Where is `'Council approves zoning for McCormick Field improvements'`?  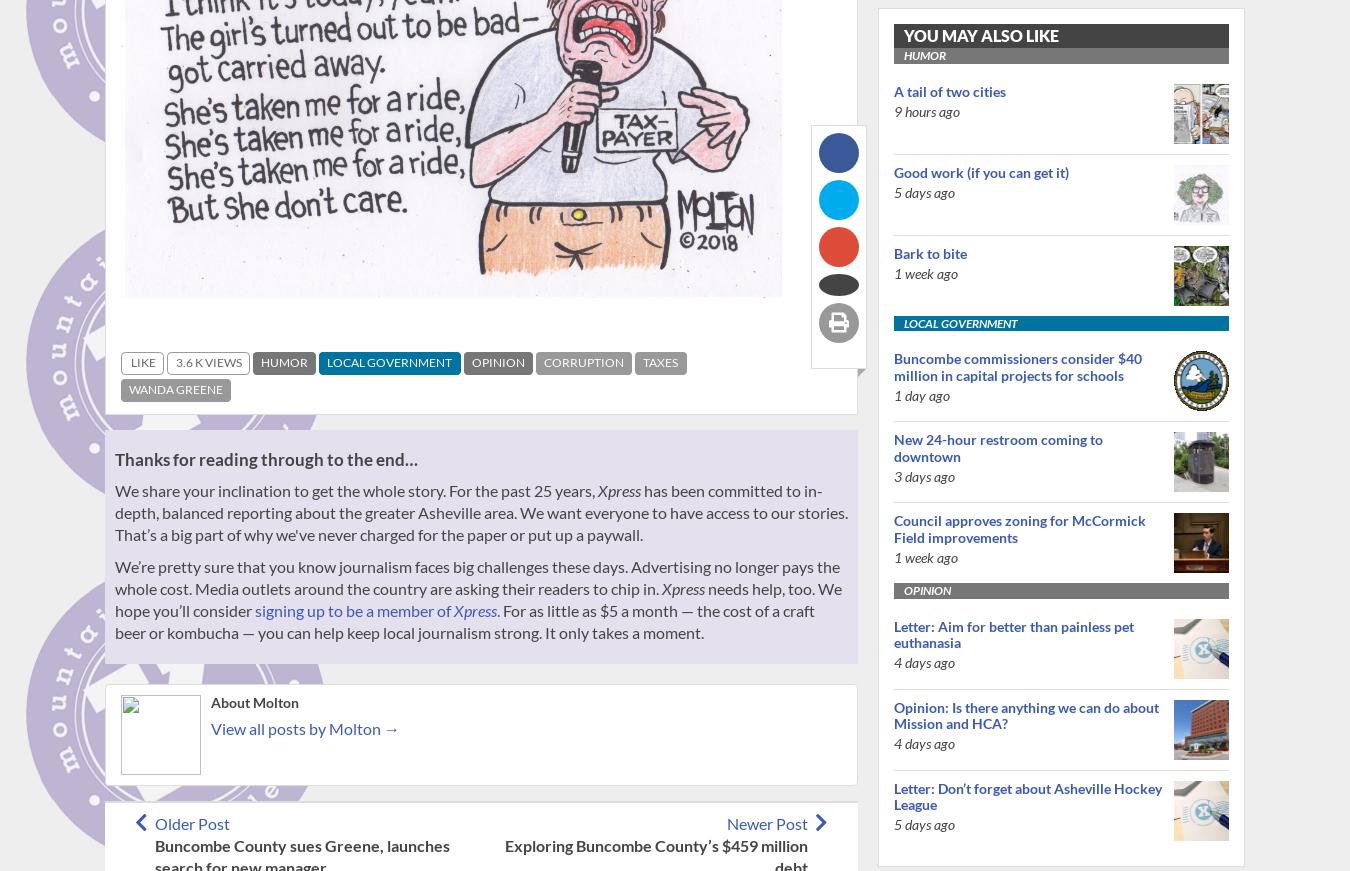
'Council approves zoning for McCormick Field improvements' is located at coordinates (1020, 528).